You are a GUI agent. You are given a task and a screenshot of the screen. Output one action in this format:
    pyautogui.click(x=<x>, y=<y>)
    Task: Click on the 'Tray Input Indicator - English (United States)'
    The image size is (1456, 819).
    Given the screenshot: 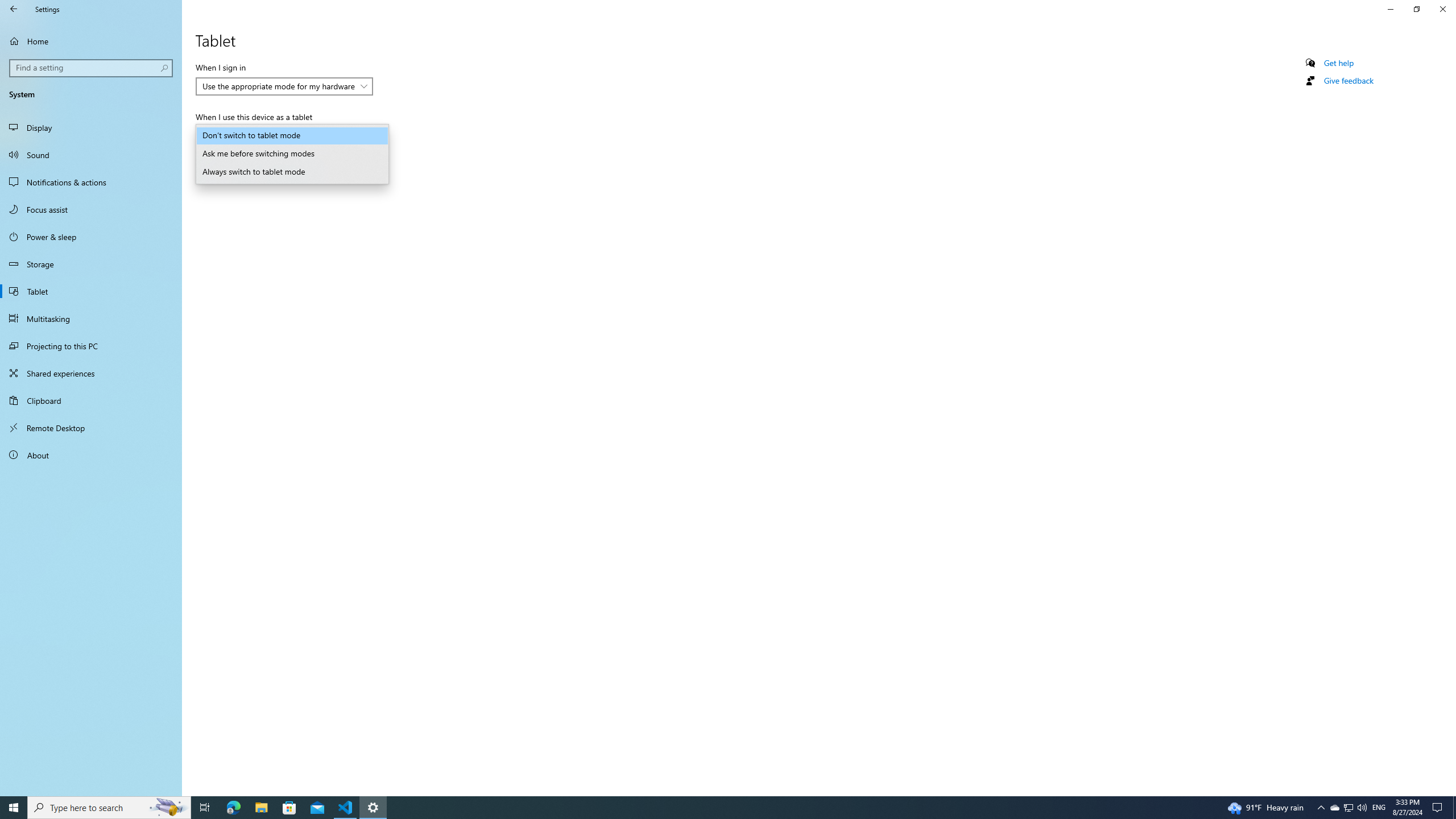 What is the action you would take?
    pyautogui.click(x=1379, y=806)
    